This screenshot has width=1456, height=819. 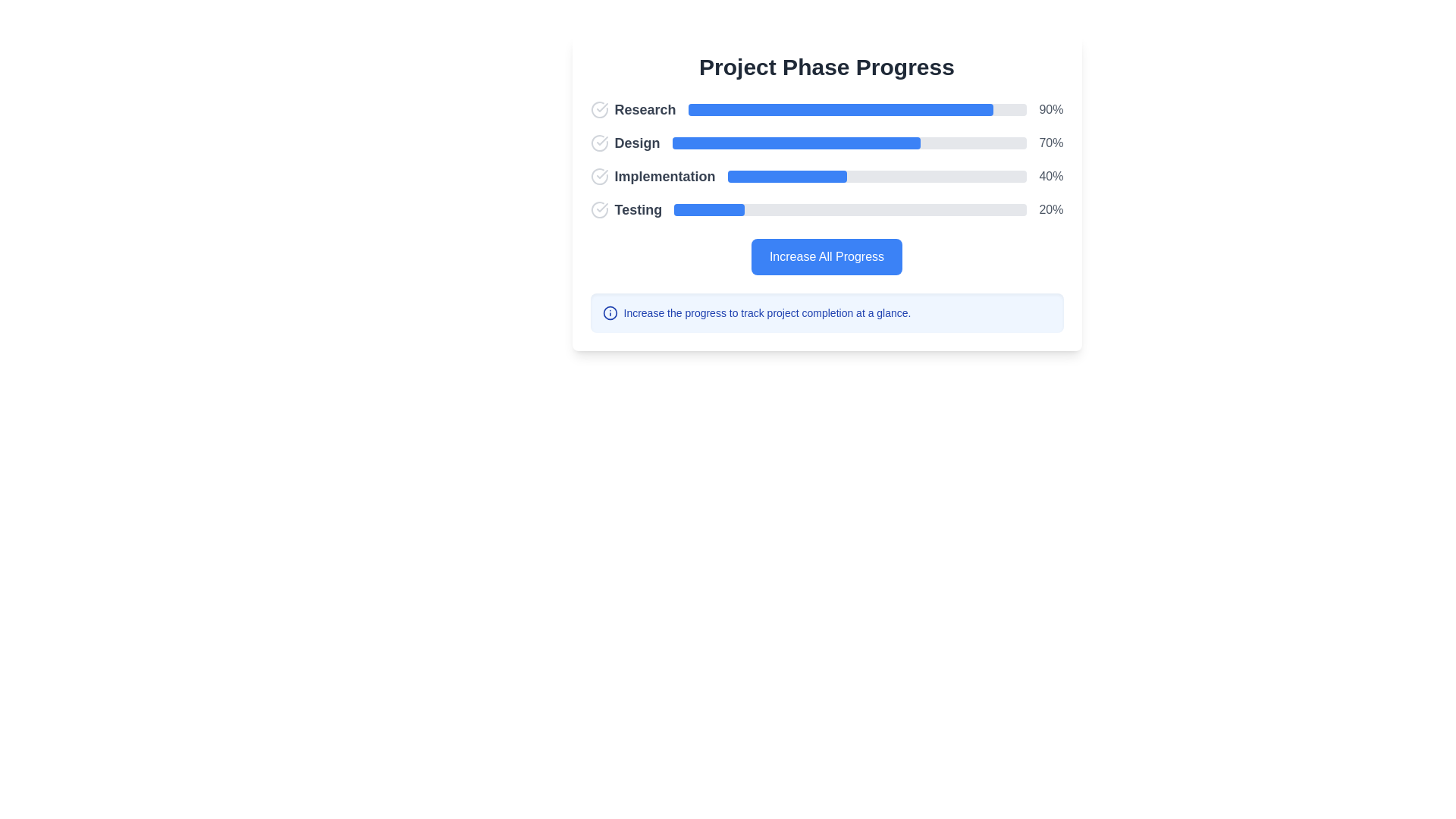 What do you see at coordinates (826, 175) in the screenshot?
I see `the 'Implementation' progress bar to interact with adjacent elements in the Project Phase Progress list` at bounding box center [826, 175].